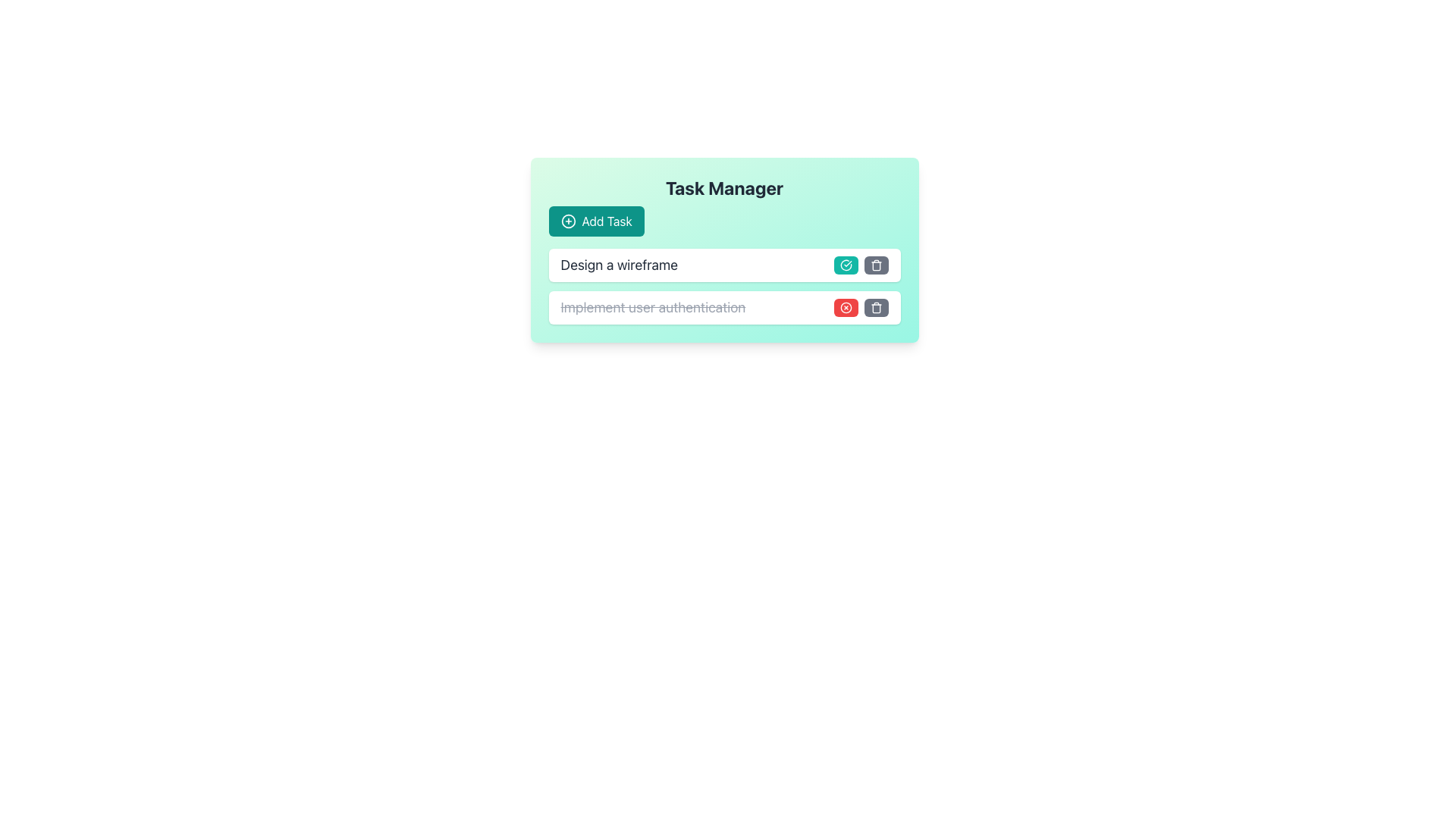 The height and width of the screenshot is (819, 1456). What do you see at coordinates (607, 221) in the screenshot?
I see `the text label that describes the action of adding a task, which is positioned within a teal green button beneath the 'Task Manager' heading` at bounding box center [607, 221].